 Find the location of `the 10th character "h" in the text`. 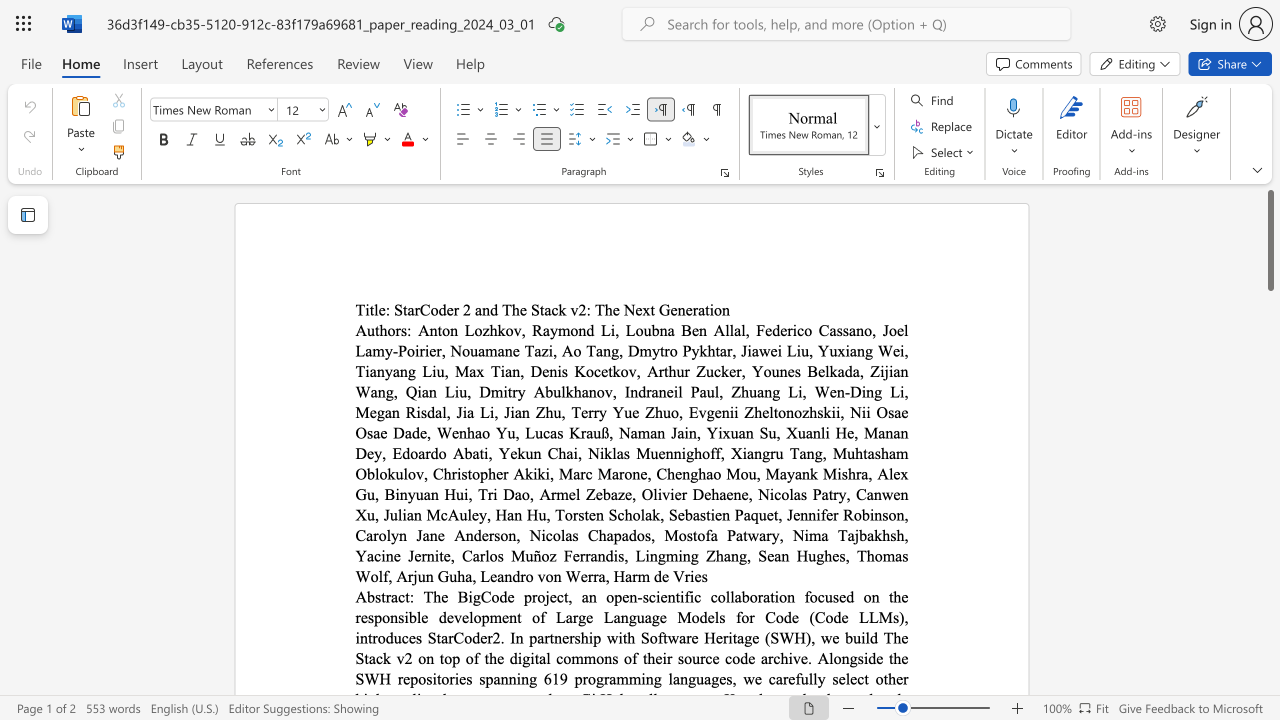

the 10th character "h" in the text is located at coordinates (470, 432).